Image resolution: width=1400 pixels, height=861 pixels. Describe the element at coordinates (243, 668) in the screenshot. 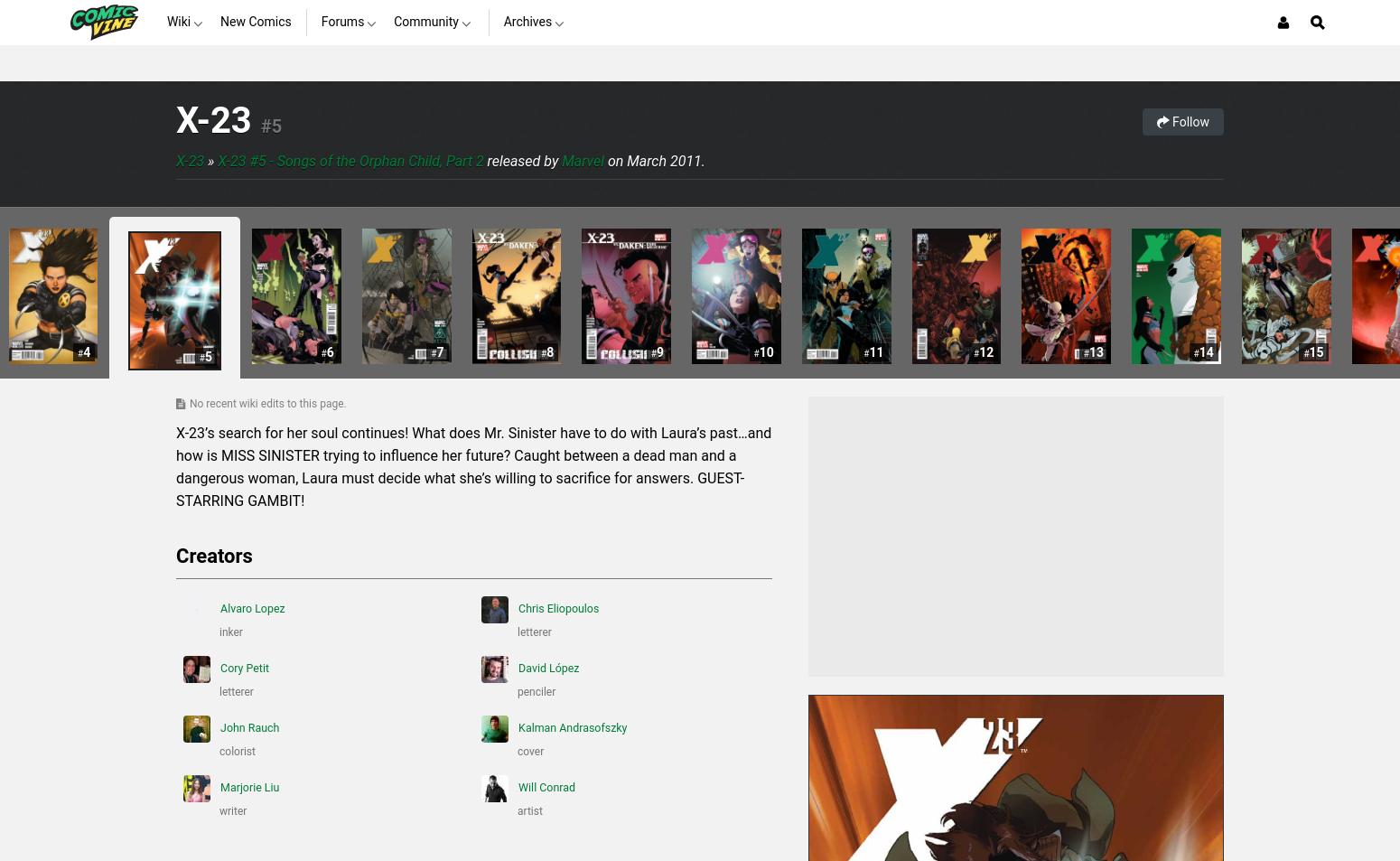

I see `'Cory Petit'` at that location.